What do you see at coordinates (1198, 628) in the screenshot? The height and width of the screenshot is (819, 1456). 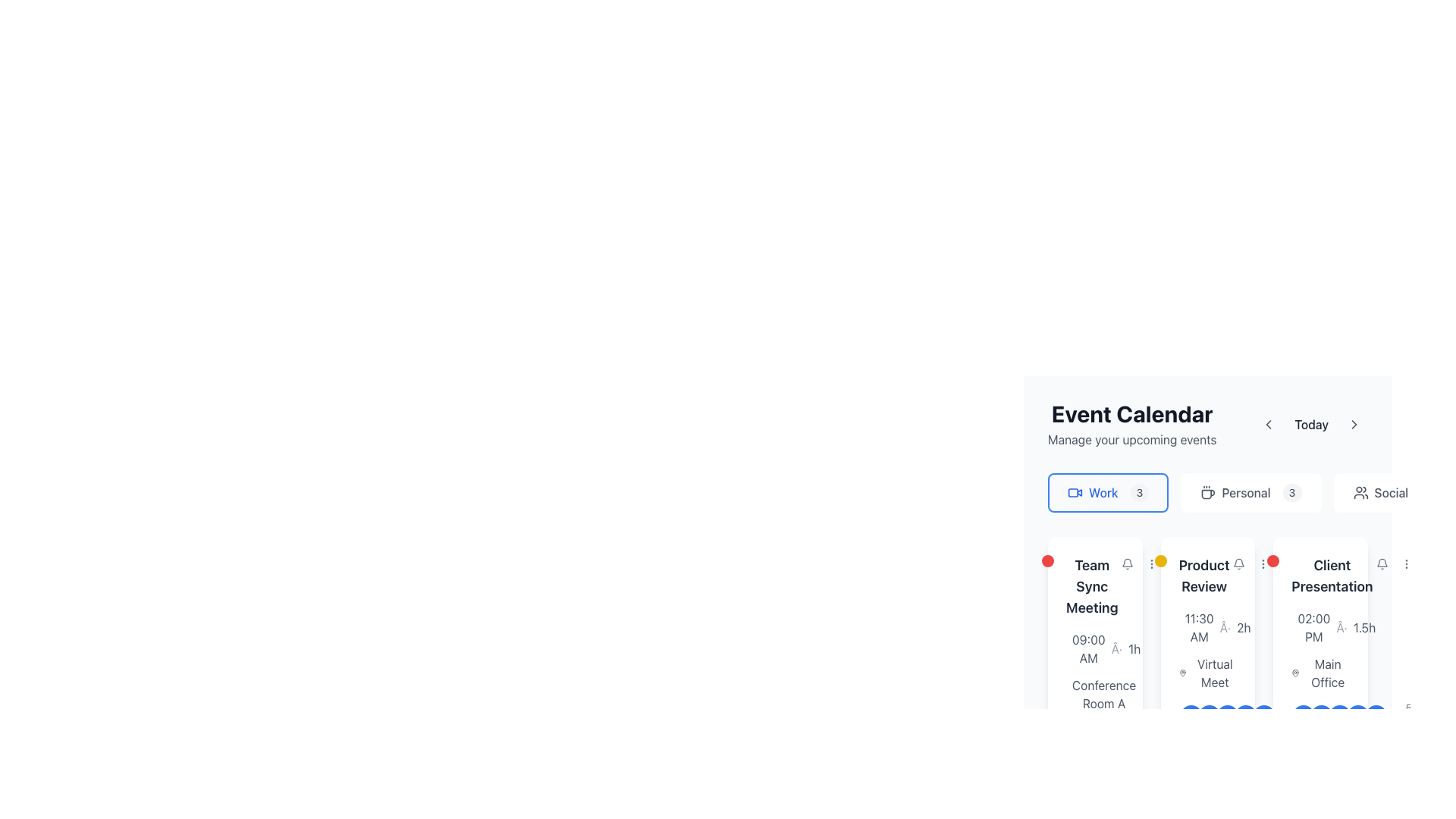 I see `displayed start time of the 'Product Review' event from the label located within the calendar event card, positioned above the 'Virtual Meet' label` at bounding box center [1198, 628].